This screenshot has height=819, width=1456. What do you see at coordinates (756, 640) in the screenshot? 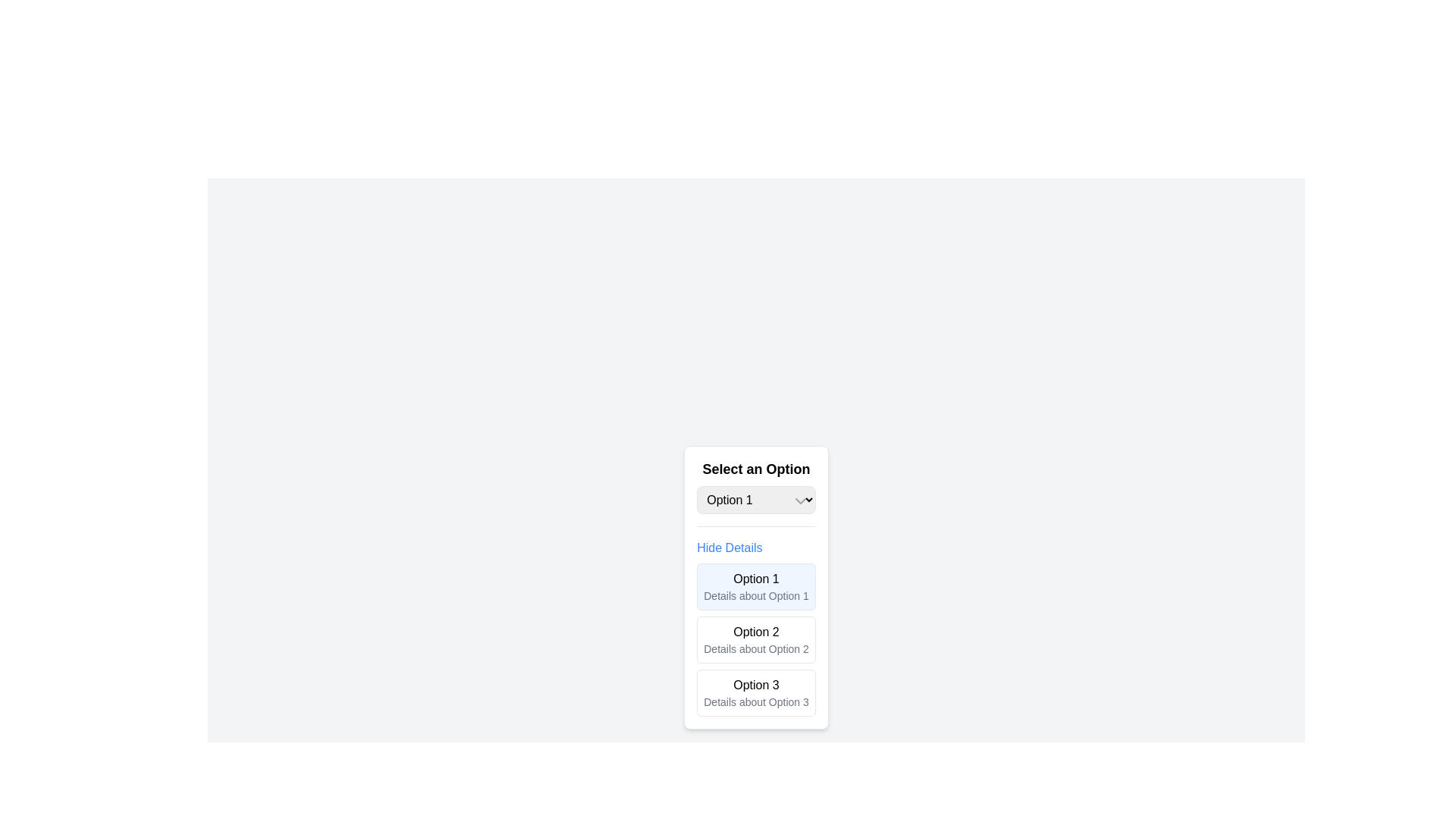
I see `the selectable option item titled 'Option 2', which is the second item in a vertical list of options, to activate it` at bounding box center [756, 640].